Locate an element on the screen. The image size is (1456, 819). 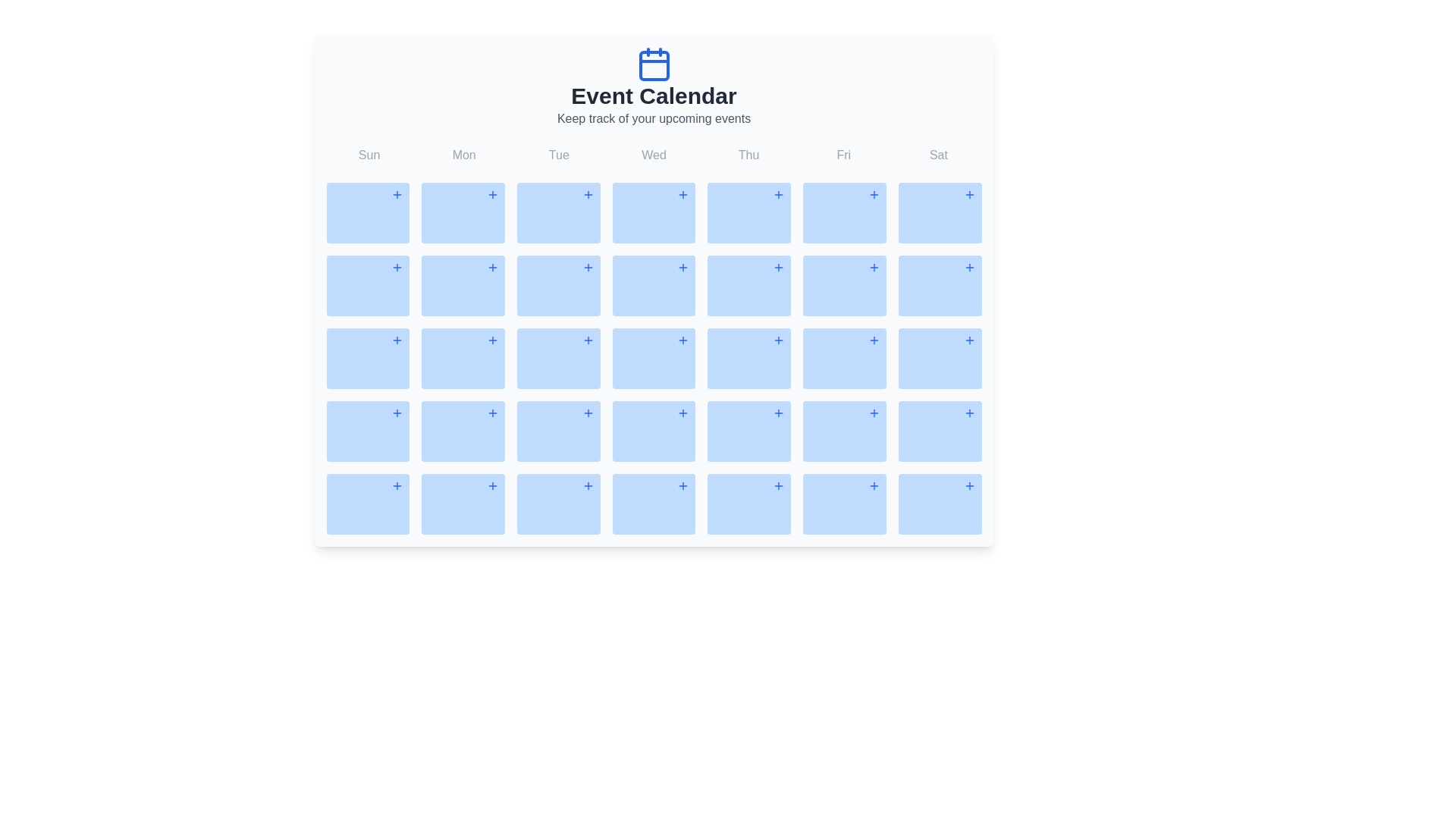
the small blue button with a plus icon located at the top-right corner of the Saturday day cell in the calendar interface is located at coordinates (968, 267).